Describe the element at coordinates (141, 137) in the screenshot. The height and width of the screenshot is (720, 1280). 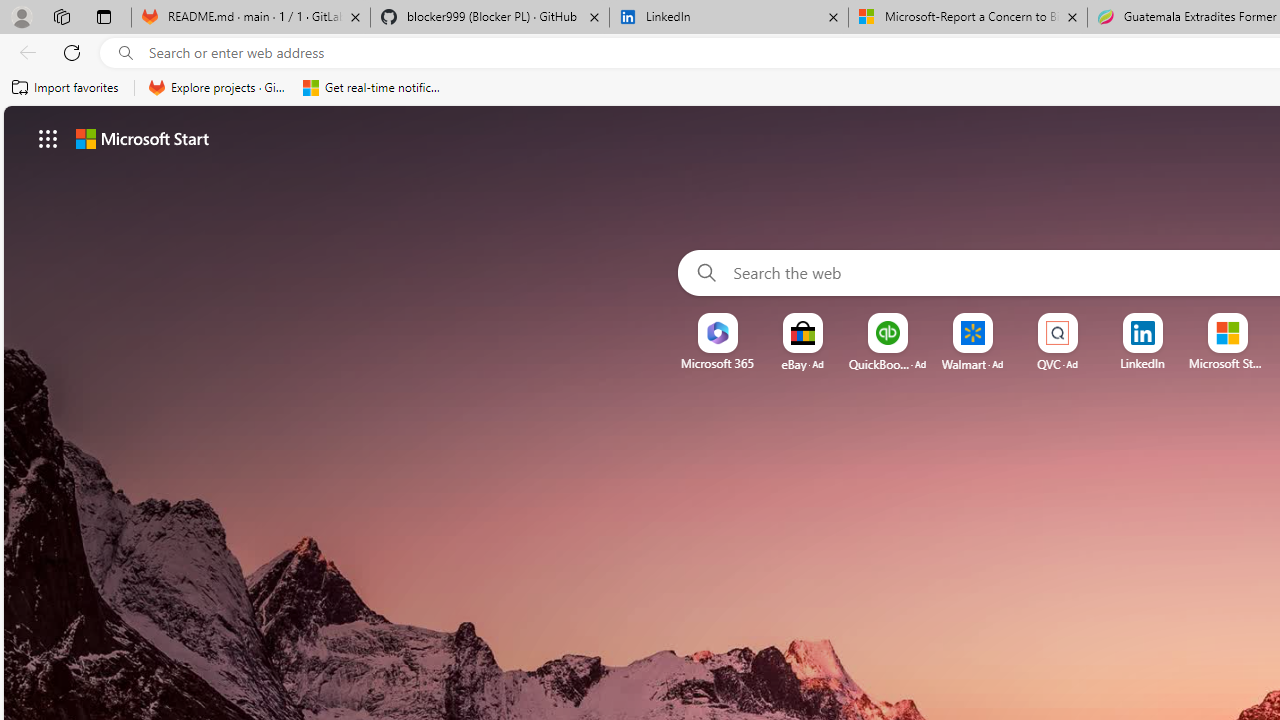
I see `'Microsoft start'` at that location.